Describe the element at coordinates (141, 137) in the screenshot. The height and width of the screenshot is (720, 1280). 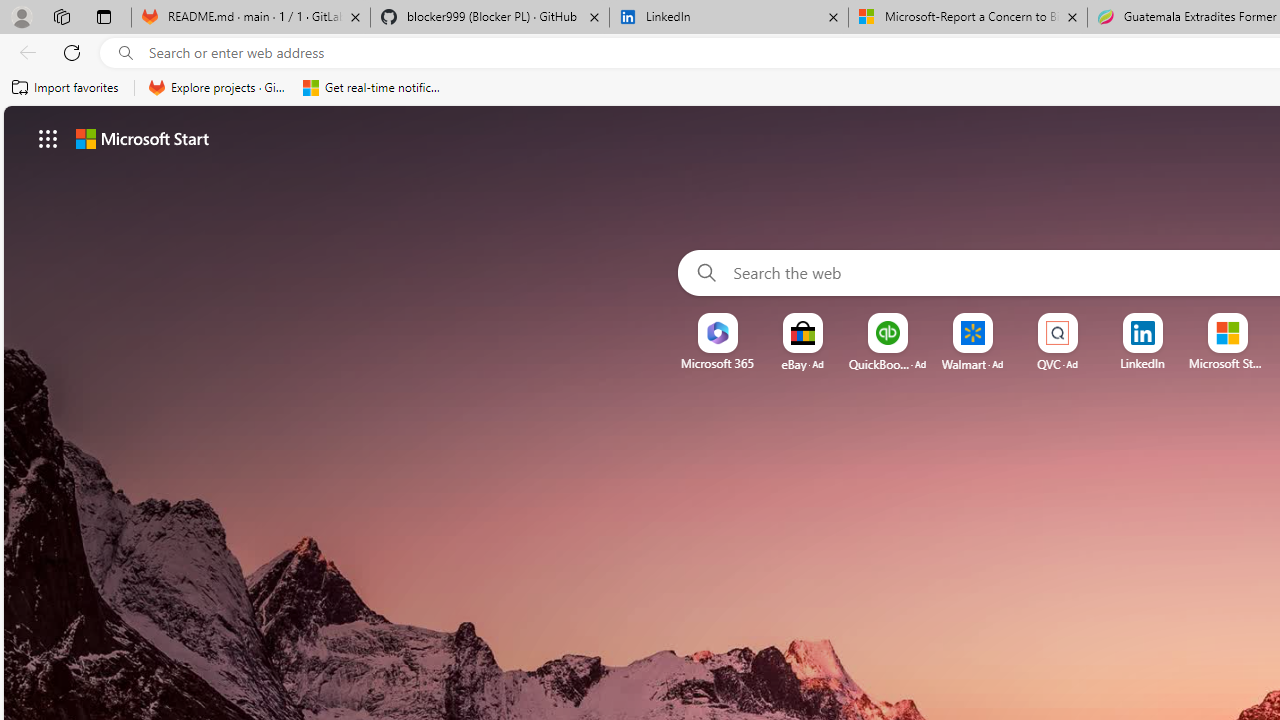
I see `'Microsoft start'` at that location.